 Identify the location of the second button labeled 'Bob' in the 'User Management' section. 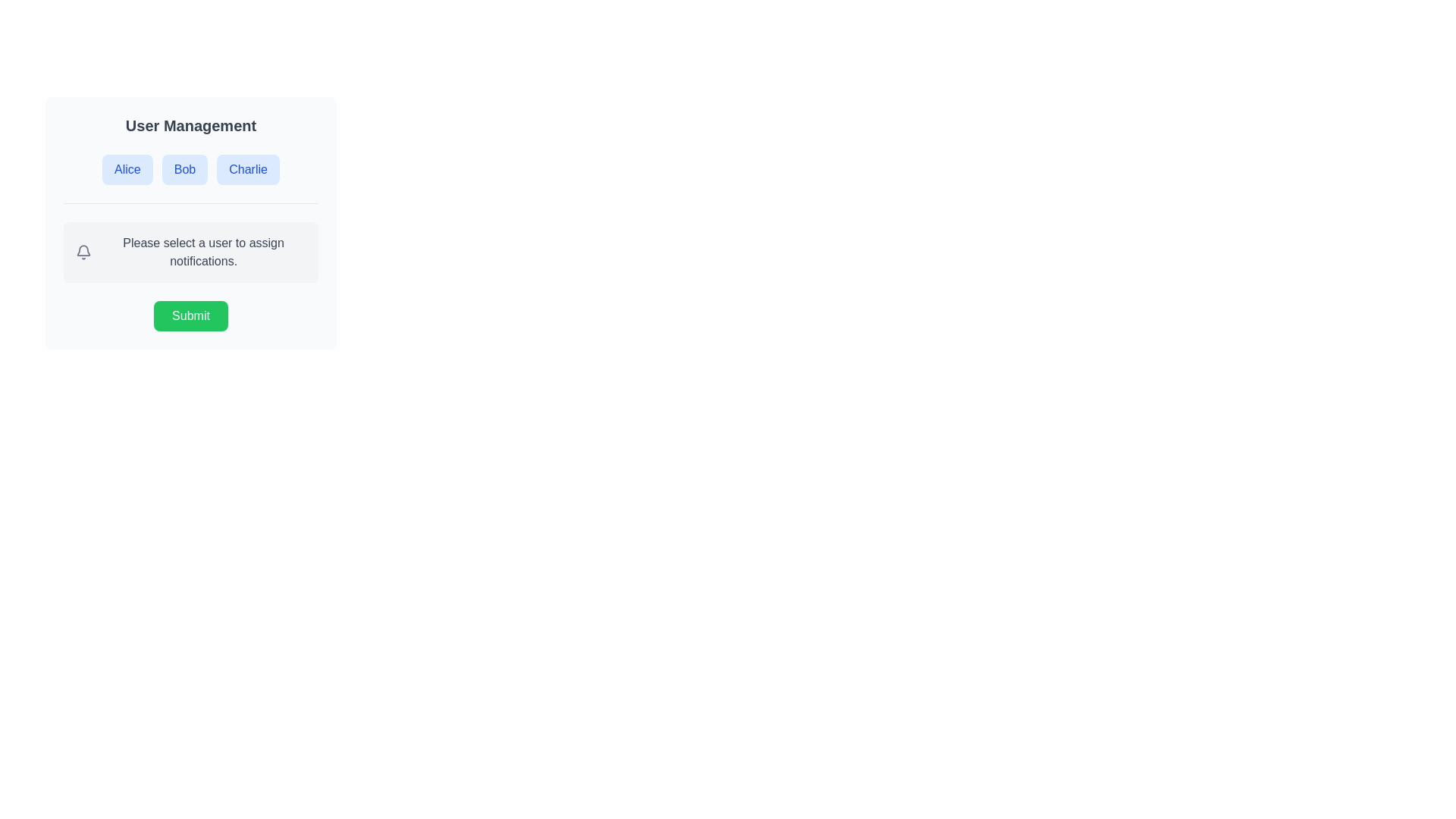
(184, 169).